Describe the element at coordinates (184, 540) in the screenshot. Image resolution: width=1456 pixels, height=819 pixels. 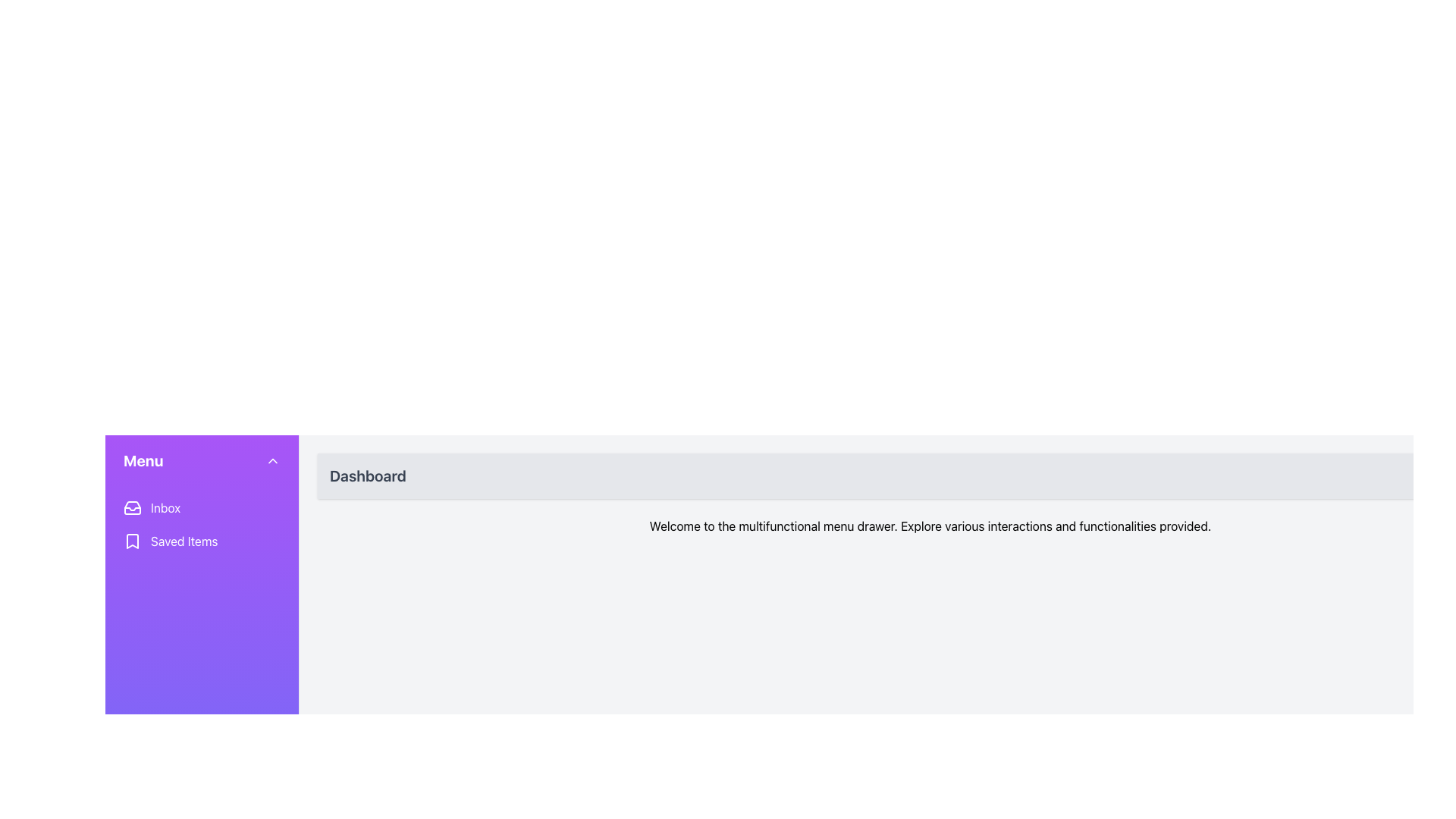
I see `the 'Saved Items' text label in the sidebar menu, which is the second item beneath 'Inbox' and is accompanied by a bookmark icon` at that location.